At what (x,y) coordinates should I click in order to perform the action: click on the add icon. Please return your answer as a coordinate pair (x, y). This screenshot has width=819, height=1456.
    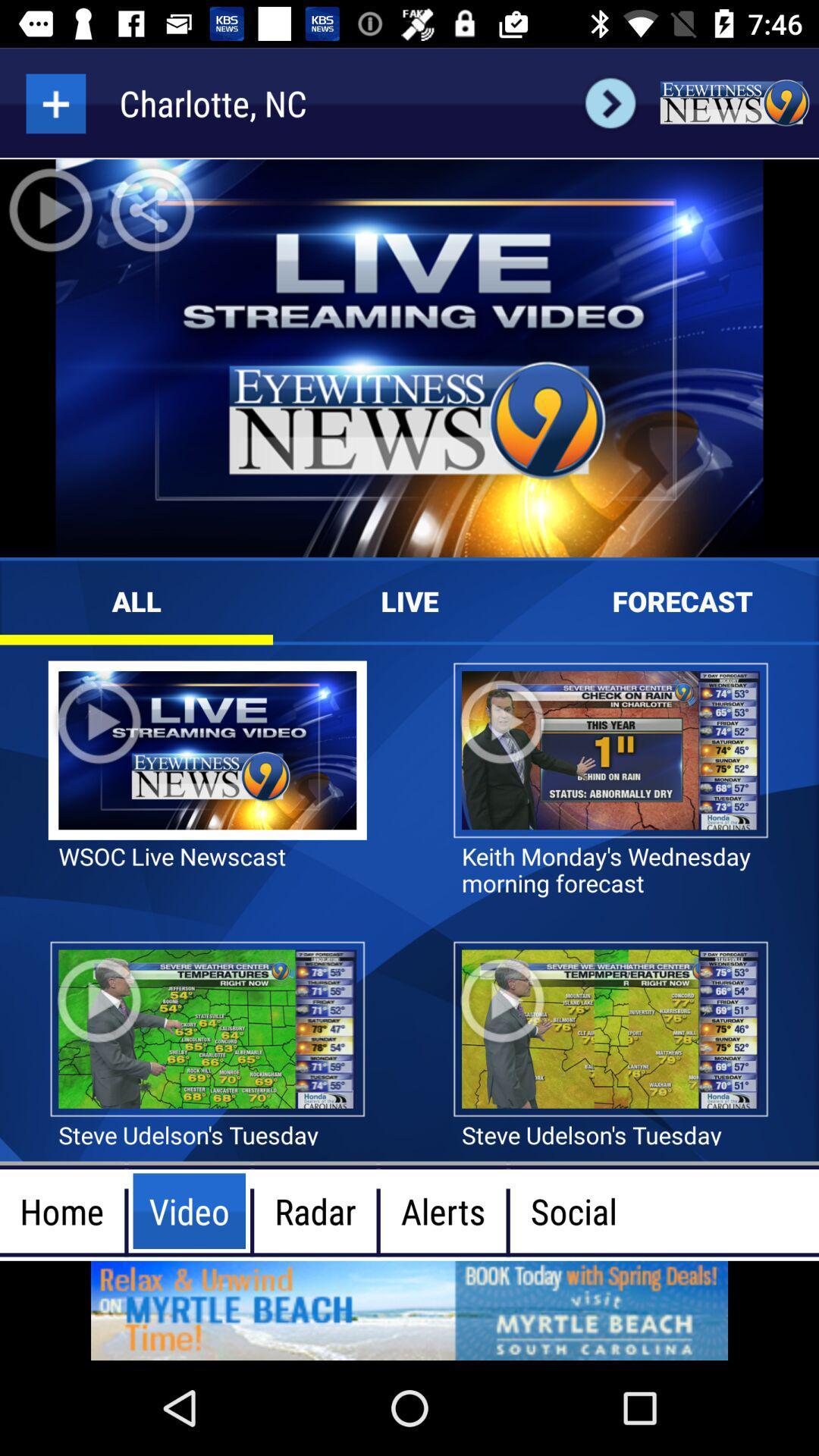
    Looking at the image, I should click on (55, 102).